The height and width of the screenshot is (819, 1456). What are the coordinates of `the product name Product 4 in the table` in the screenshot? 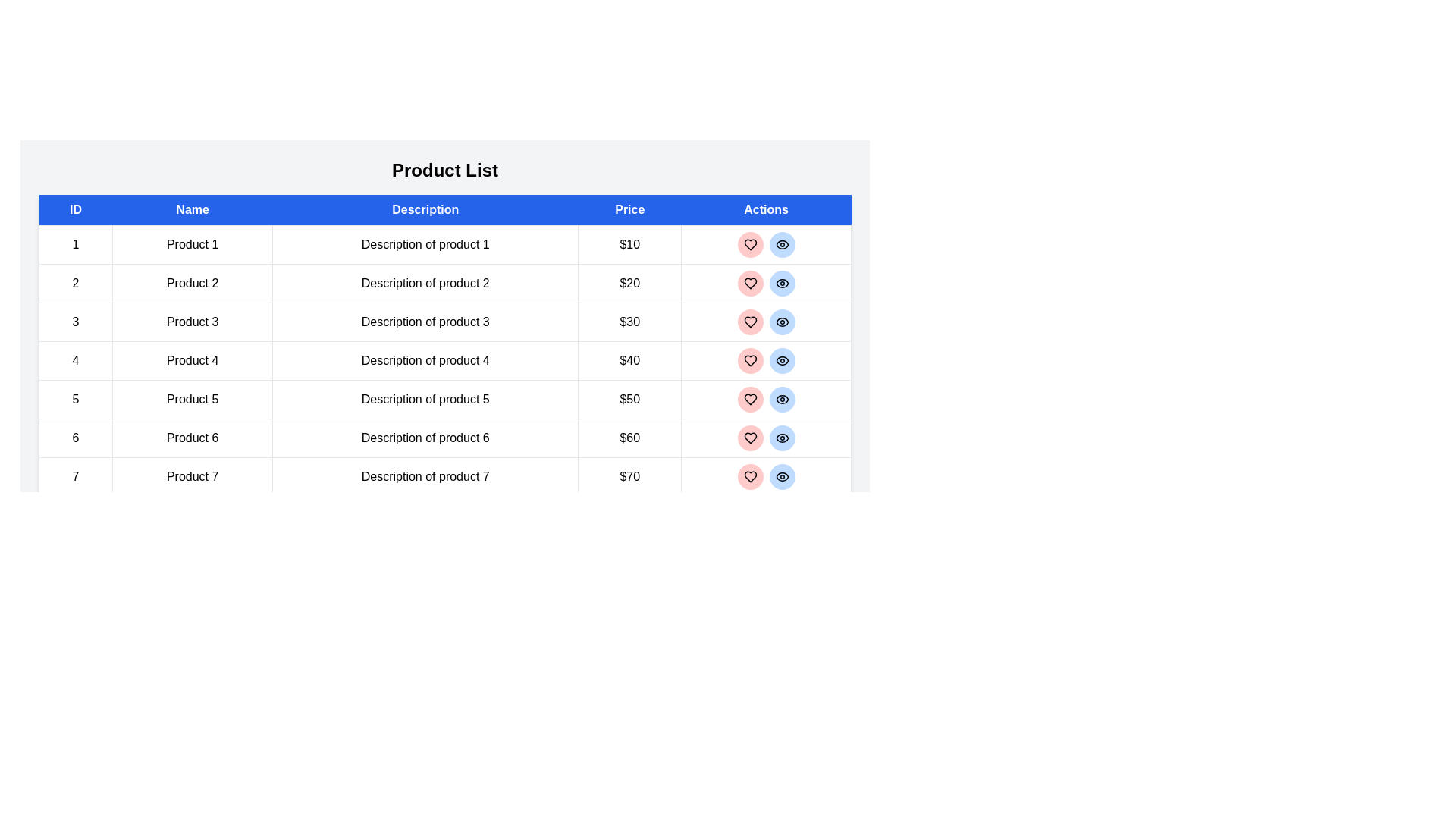 It's located at (192, 360).